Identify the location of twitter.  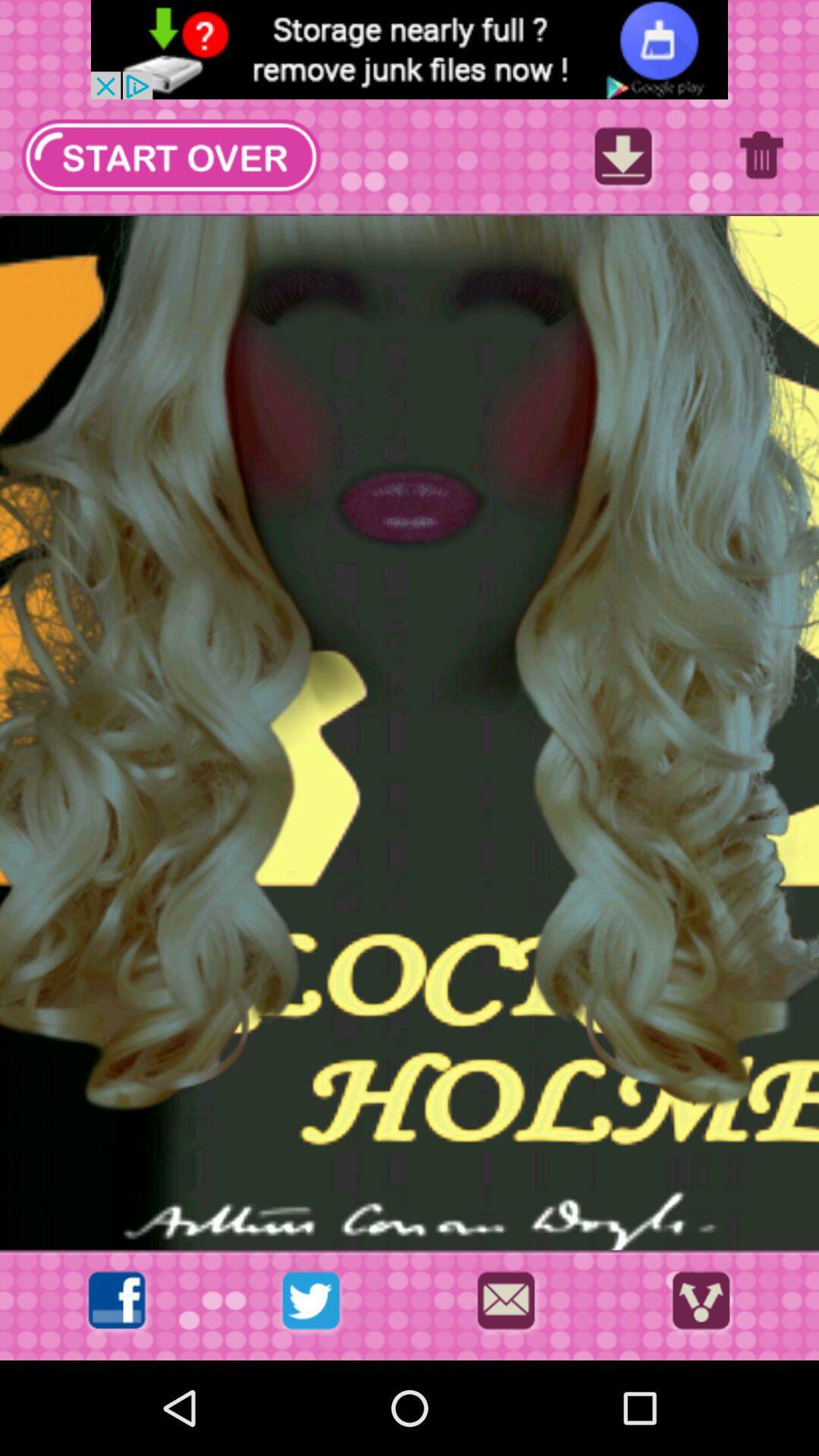
(310, 1304).